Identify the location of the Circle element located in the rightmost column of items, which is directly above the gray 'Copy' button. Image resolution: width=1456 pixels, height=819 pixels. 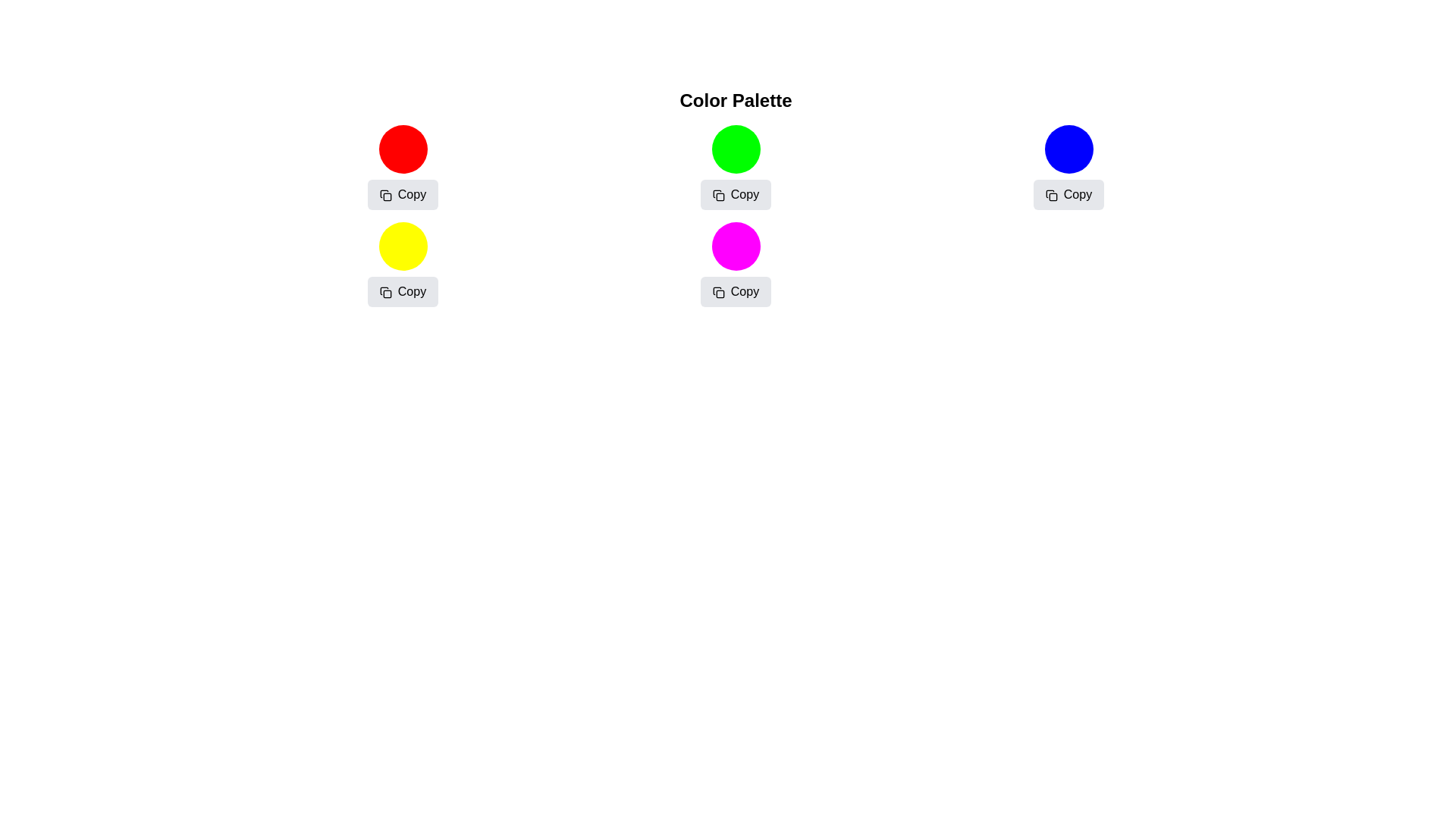
(1068, 149).